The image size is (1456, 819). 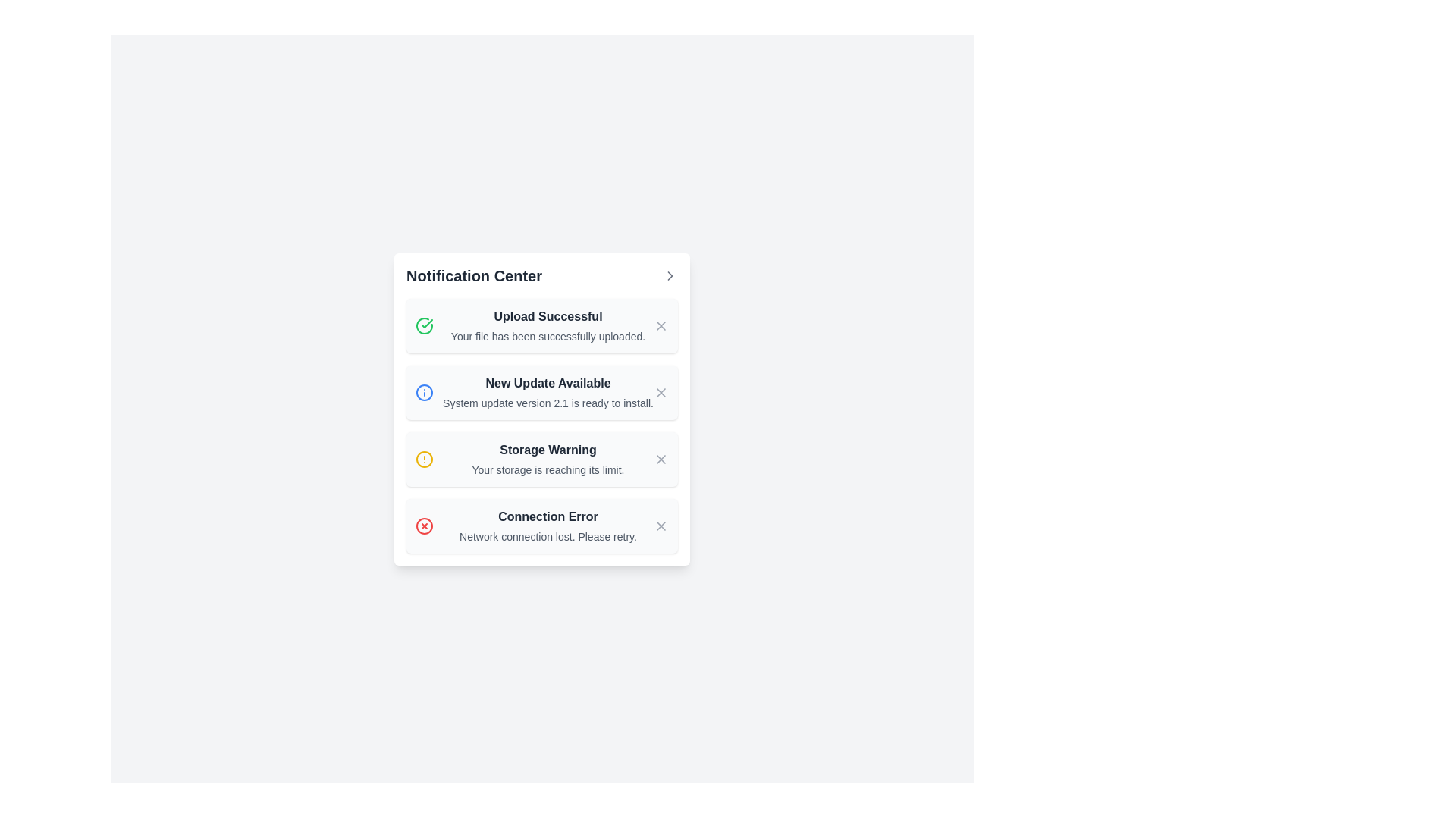 What do you see at coordinates (425, 458) in the screenshot?
I see `the yellow circular outline of the 'Storage Warning' notification in the Notification Center panel` at bounding box center [425, 458].